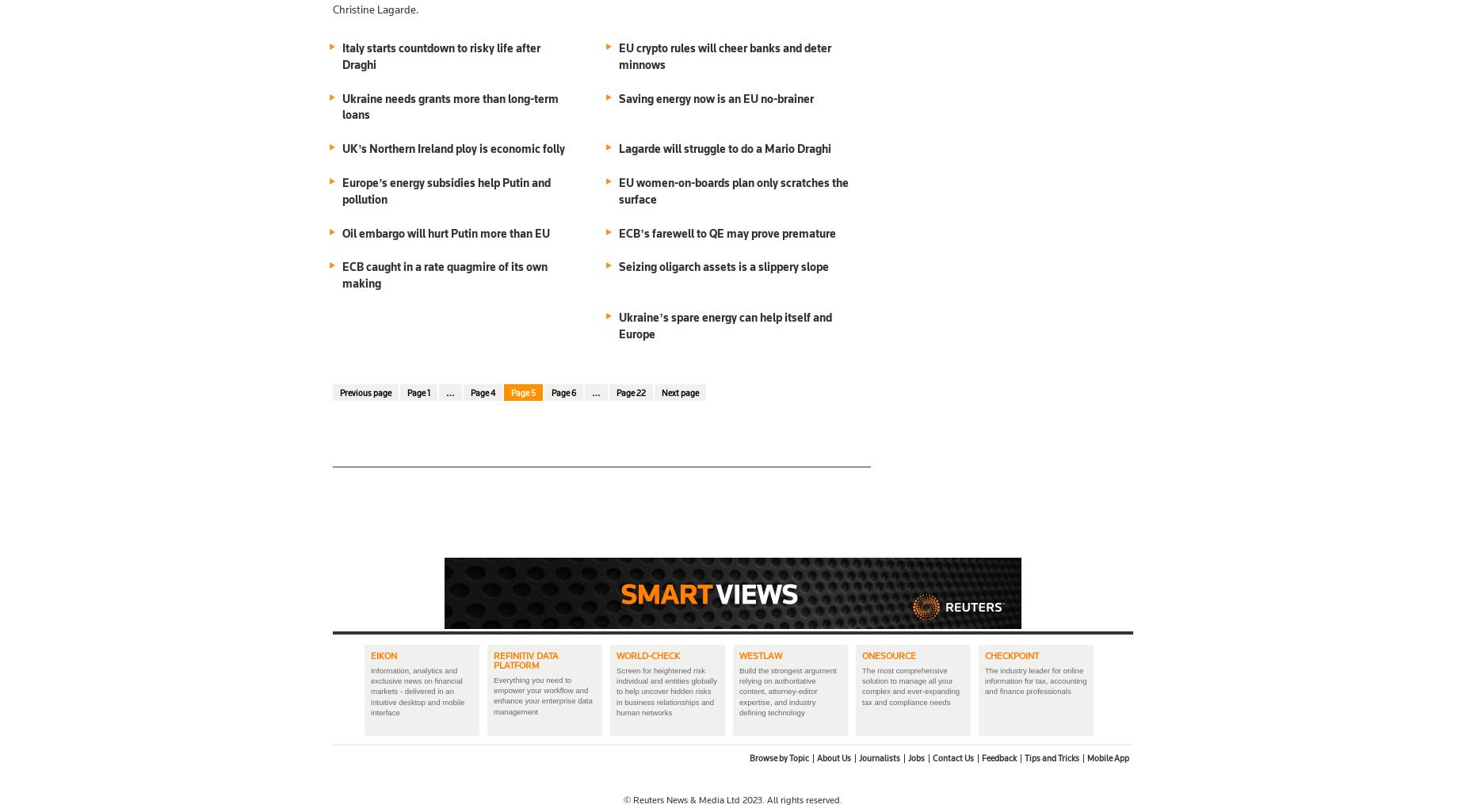 The image size is (1466, 812). What do you see at coordinates (1023, 757) in the screenshot?
I see `'Tips and Tricks'` at bounding box center [1023, 757].